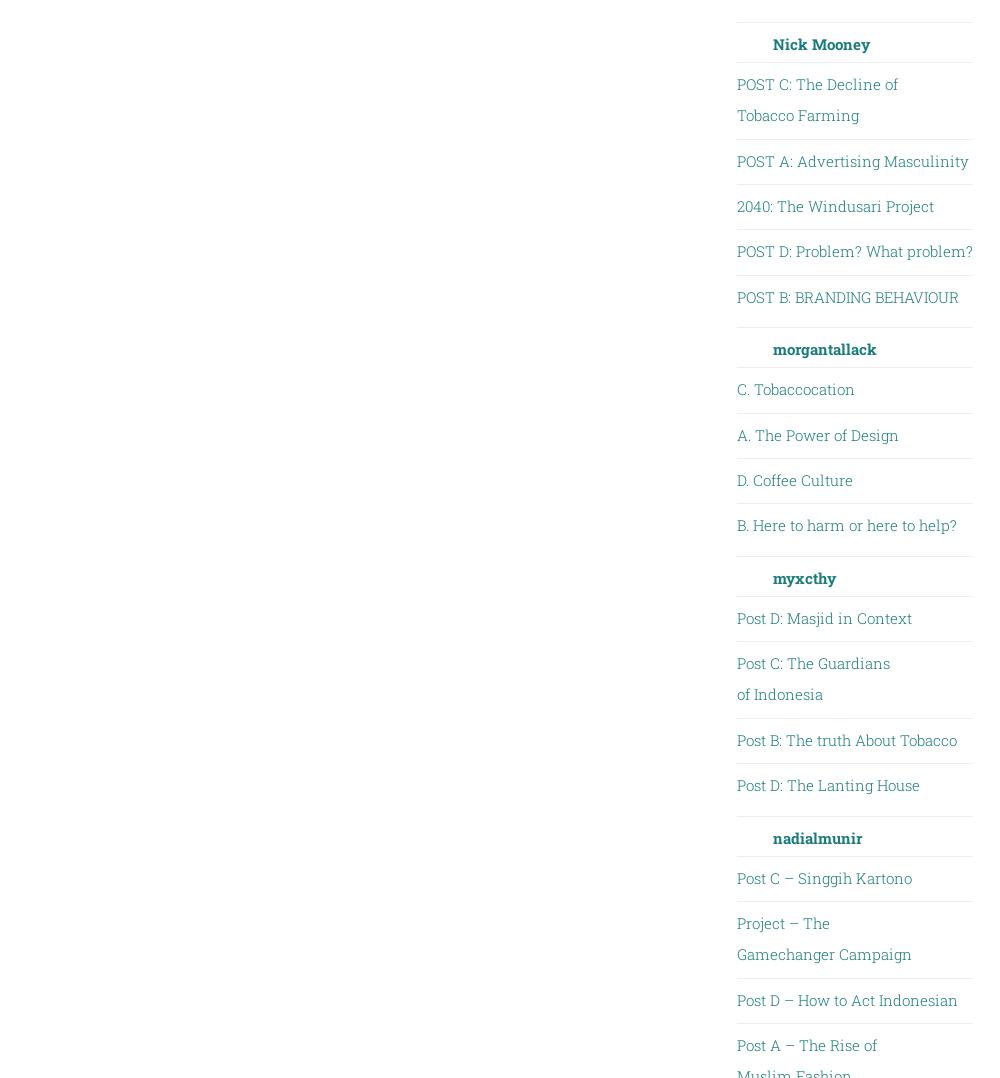 This screenshot has width=1000, height=1078. What do you see at coordinates (795, 388) in the screenshot?
I see `'C. Tobaccocation'` at bounding box center [795, 388].